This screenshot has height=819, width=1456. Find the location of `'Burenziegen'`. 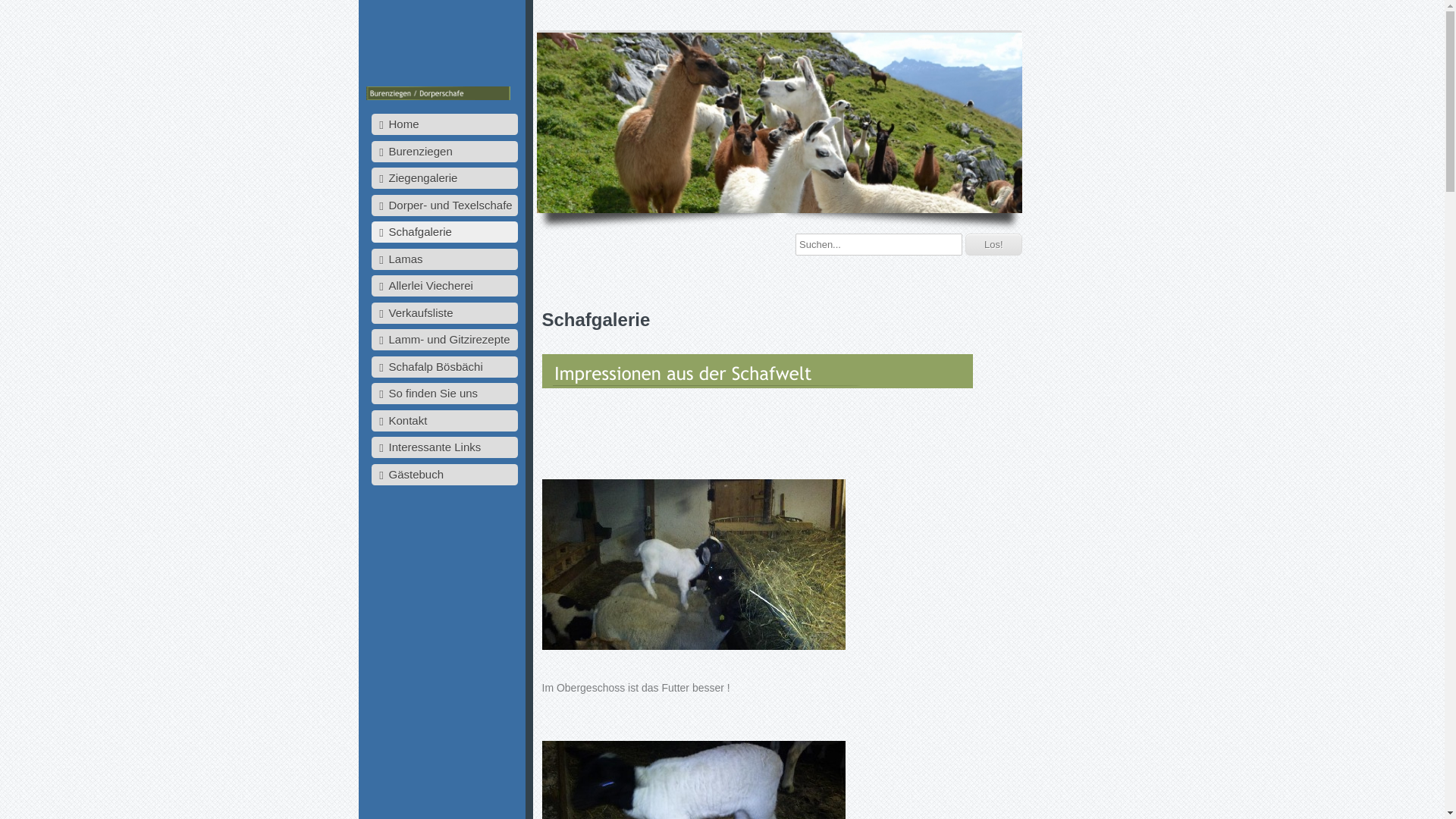

'Burenziegen' is located at coordinates (371, 152).